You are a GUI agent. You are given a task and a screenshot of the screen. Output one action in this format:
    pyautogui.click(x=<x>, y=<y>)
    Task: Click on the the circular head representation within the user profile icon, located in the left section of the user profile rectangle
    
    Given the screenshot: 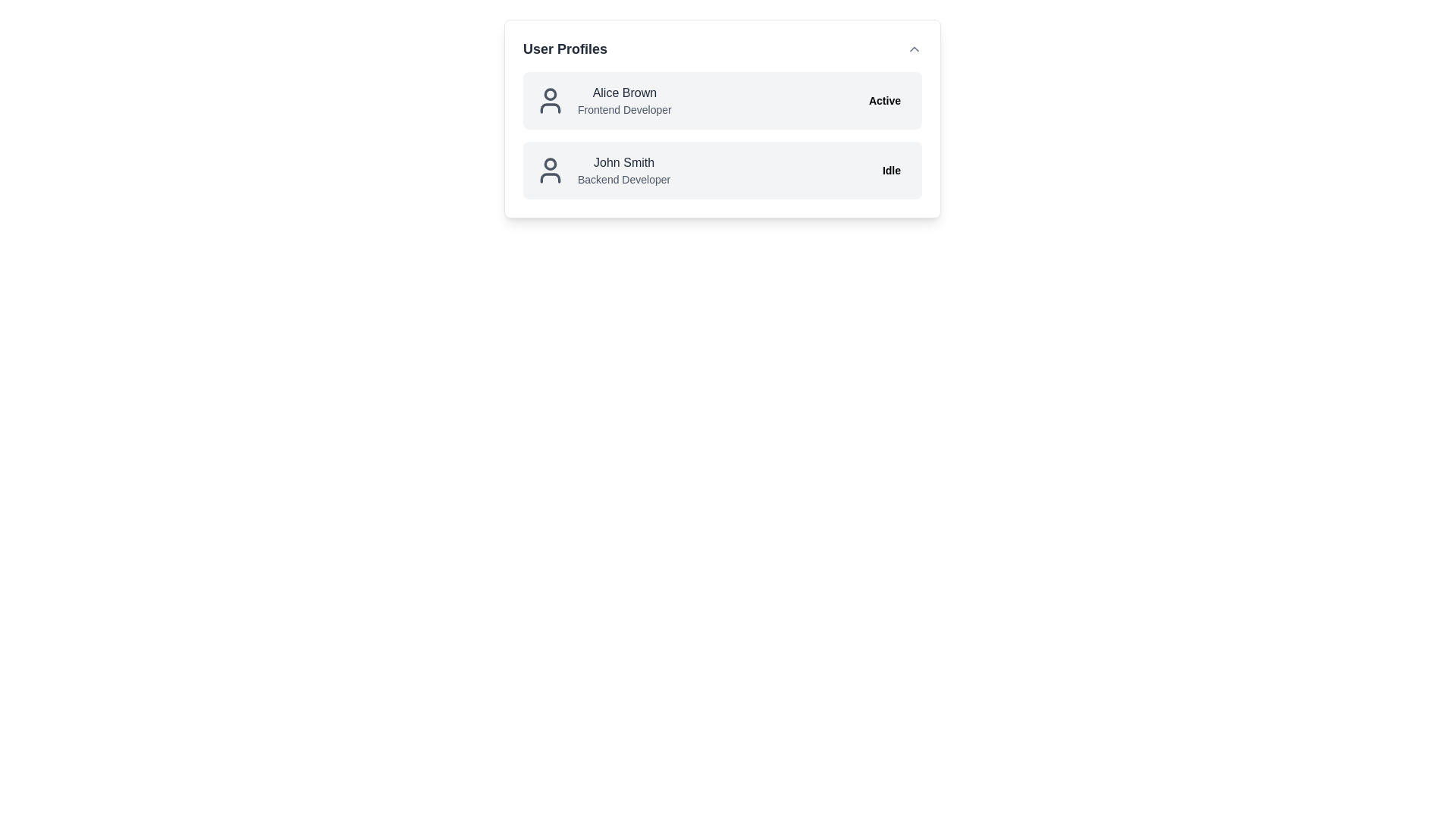 What is the action you would take?
    pyautogui.click(x=549, y=93)
    